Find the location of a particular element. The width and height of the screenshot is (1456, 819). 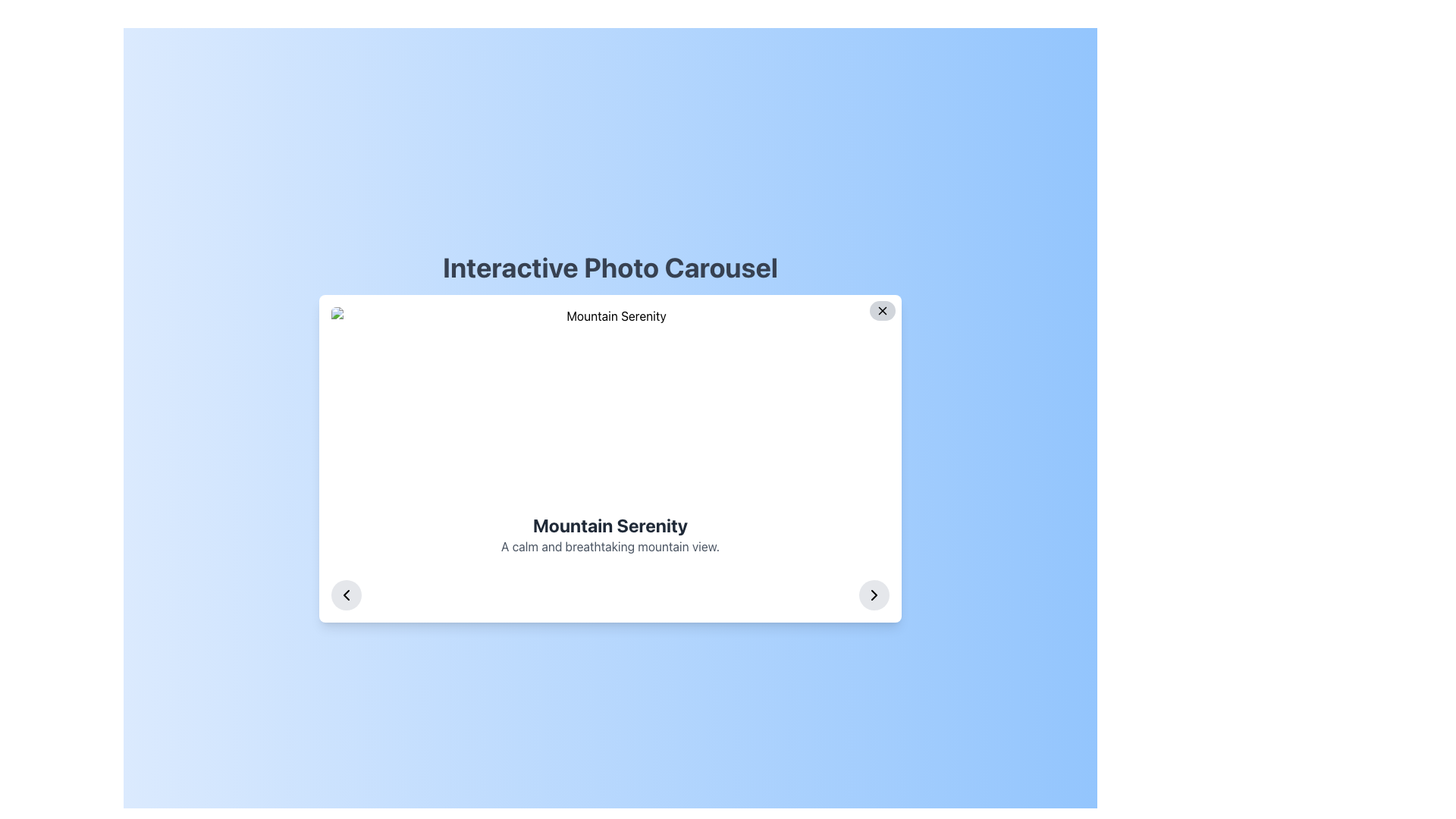

the close button located at the top-right corner of the modal is located at coordinates (882, 309).